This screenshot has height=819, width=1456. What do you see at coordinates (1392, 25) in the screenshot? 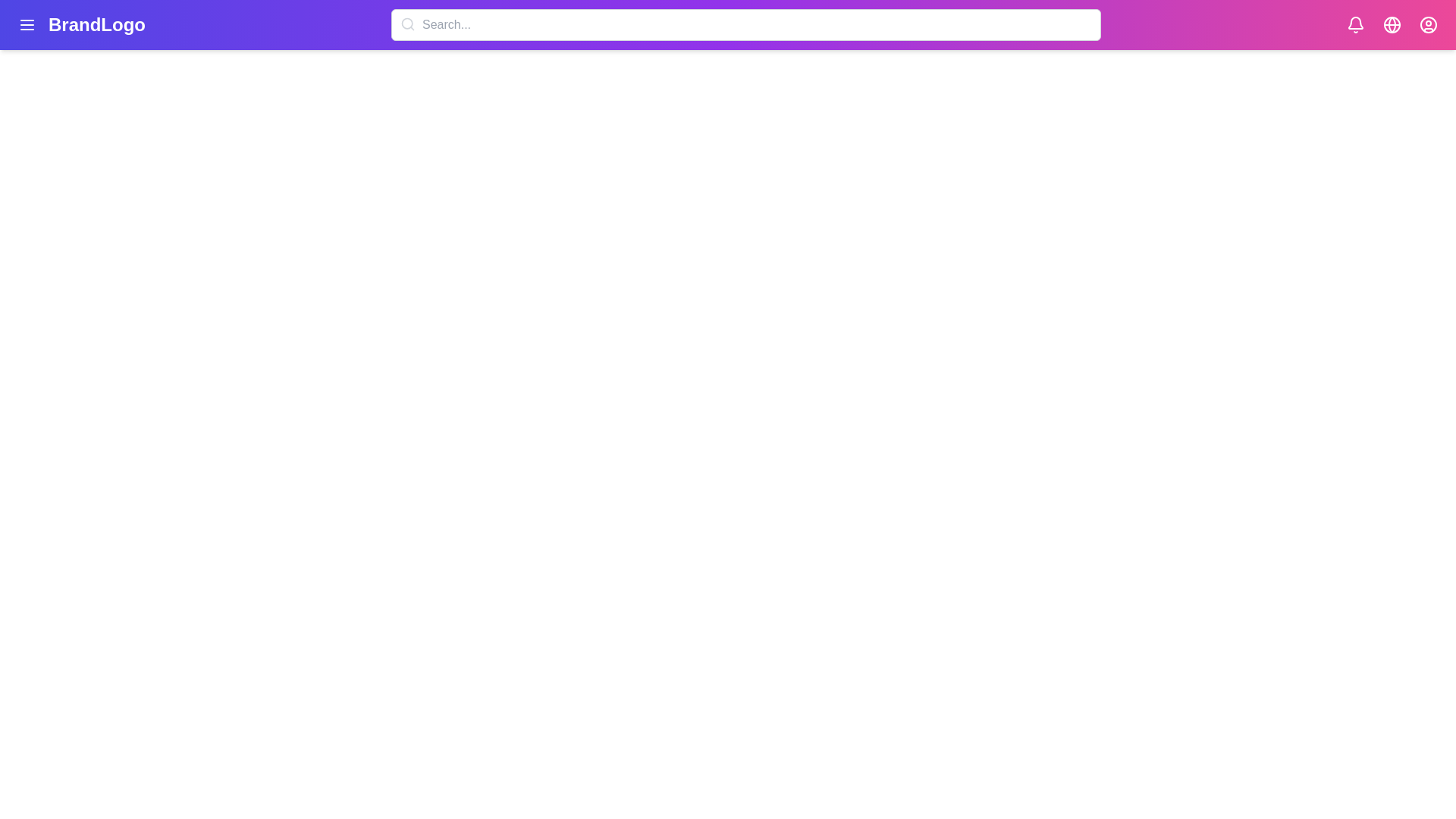
I see `the global settings or language selection icon located in the navigation bar at the top-right corner, between the bell and user icons` at bounding box center [1392, 25].